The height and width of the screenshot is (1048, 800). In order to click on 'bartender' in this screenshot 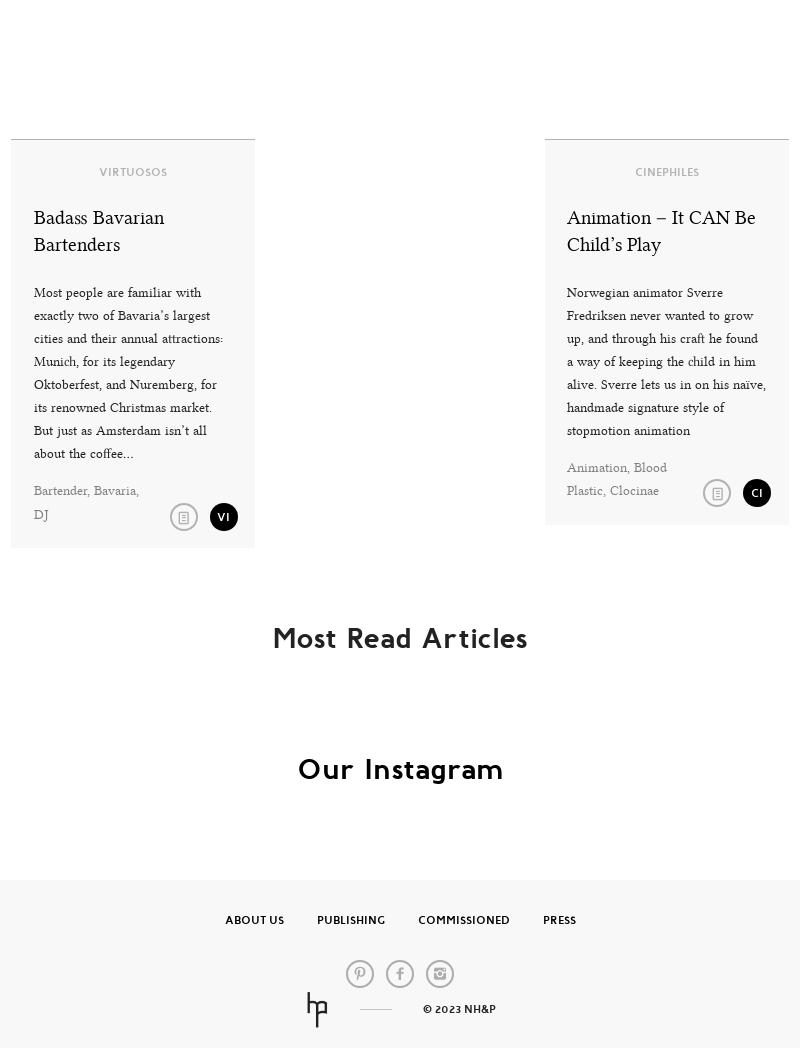, I will do `click(58, 490)`.